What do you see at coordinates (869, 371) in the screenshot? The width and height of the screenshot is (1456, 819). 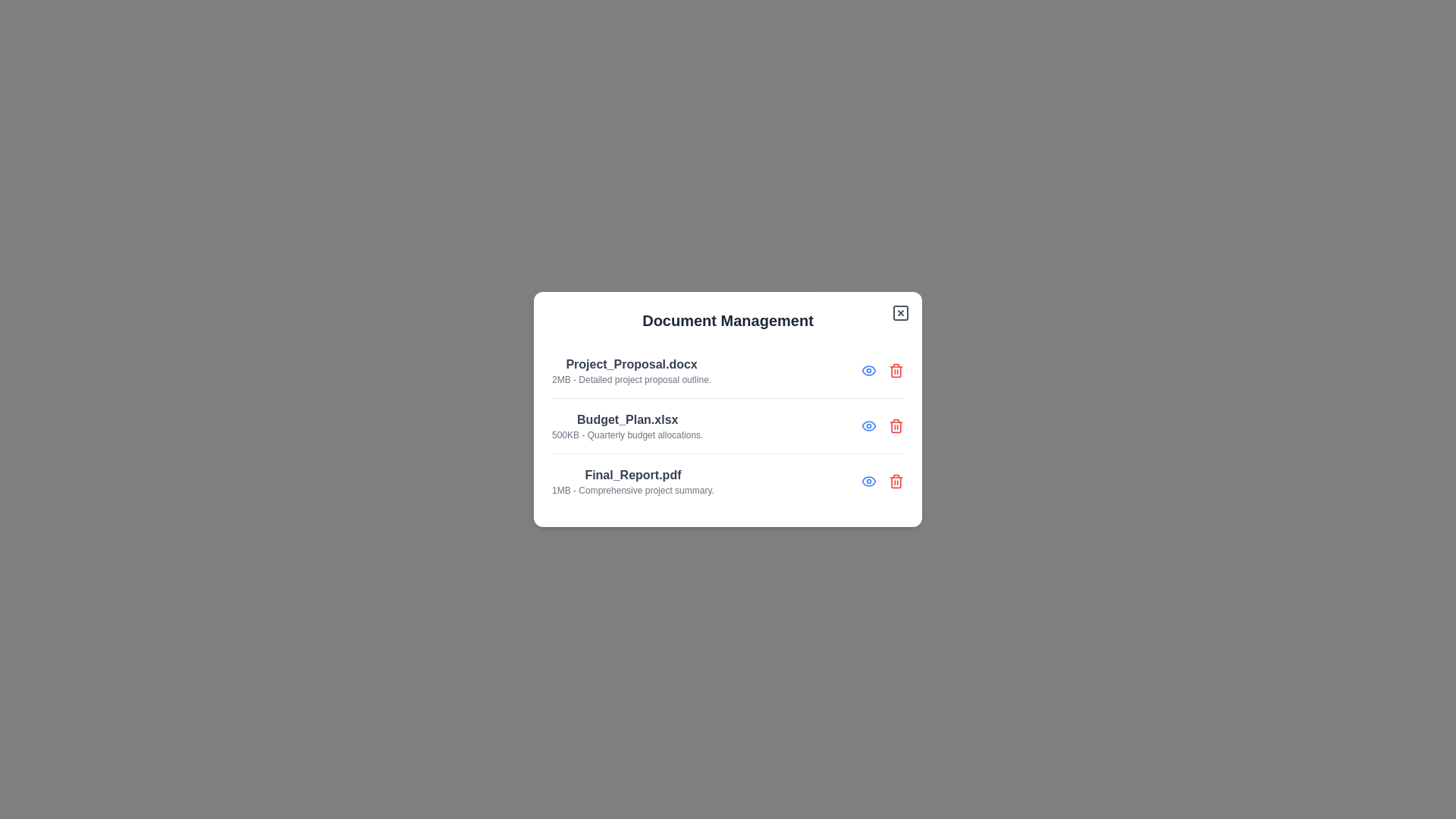 I see `view button for the document named Project_Proposal.docx` at bounding box center [869, 371].